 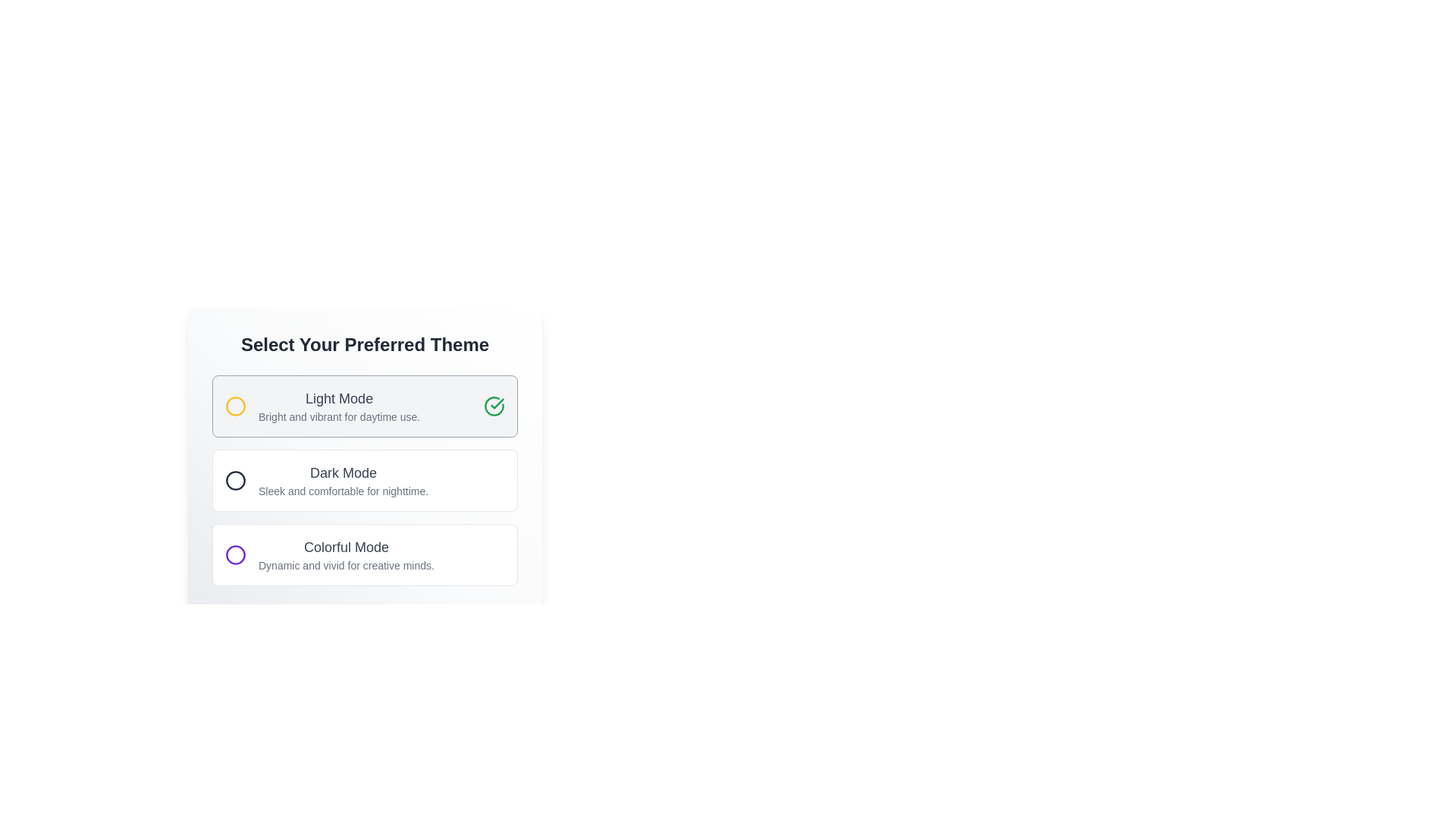 What do you see at coordinates (235, 555) in the screenshot?
I see `the SVG Circle element that is part of the 'Colorful Mode' option, located to the left of the text label, with a stroke outline and no fill` at bounding box center [235, 555].